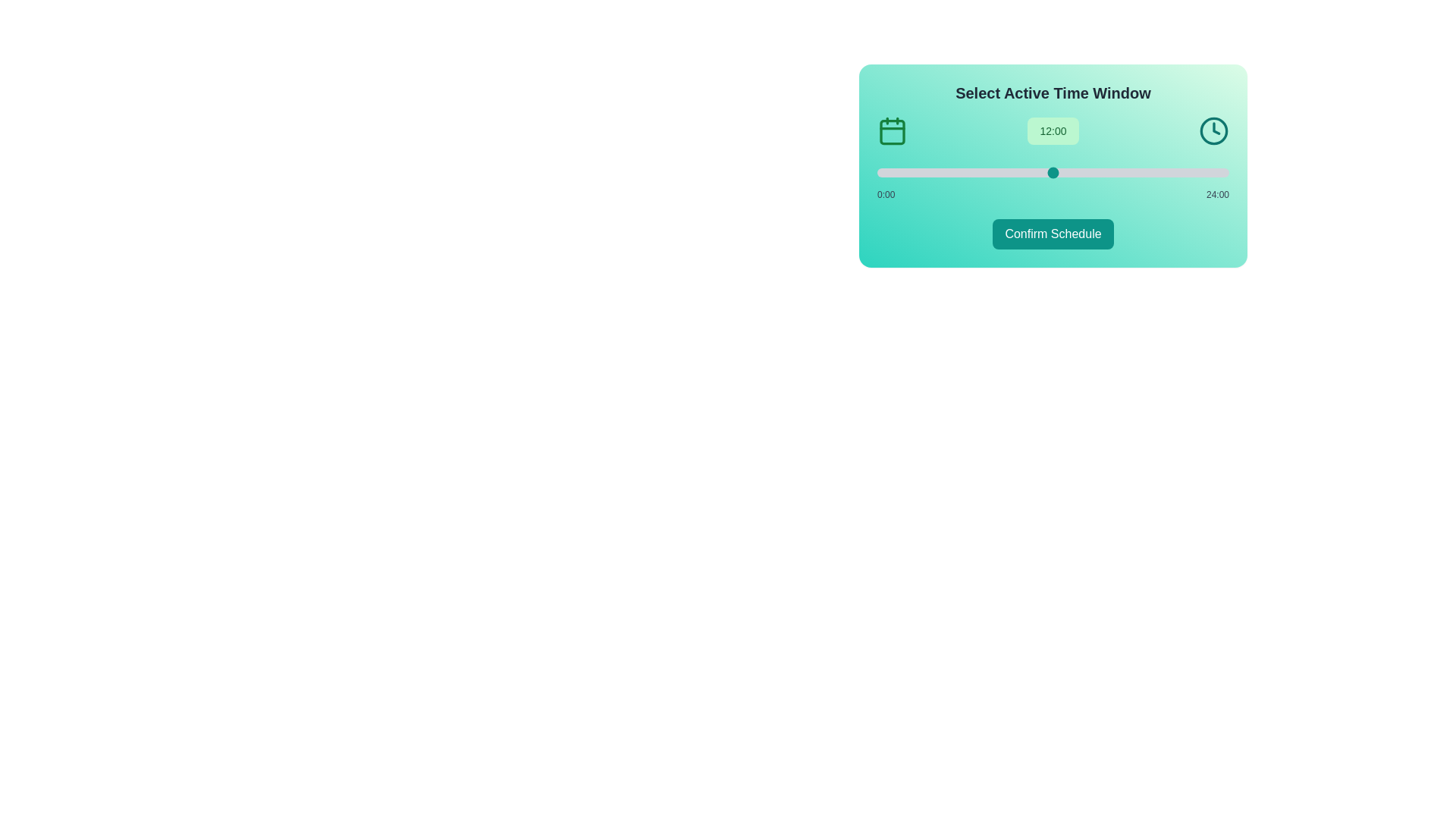 This screenshot has height=819, width=1456. Describe the element at coordinates (1052, 234) in the screenshot. I see `the 'Confirm Schedule' button to confirm the selected time` at that location.